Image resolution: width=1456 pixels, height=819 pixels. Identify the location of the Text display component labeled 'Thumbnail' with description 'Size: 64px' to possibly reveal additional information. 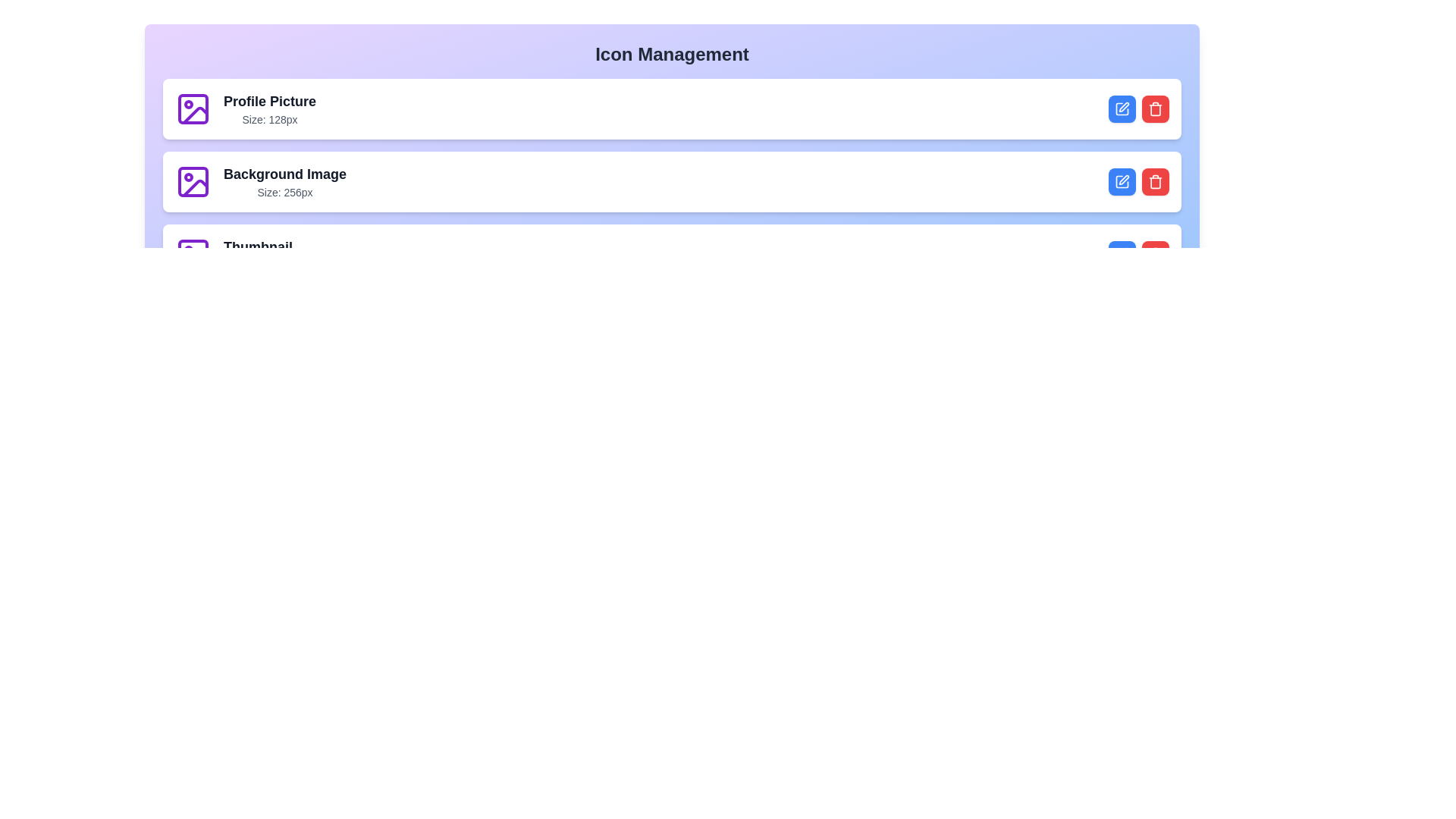
(258, 253).